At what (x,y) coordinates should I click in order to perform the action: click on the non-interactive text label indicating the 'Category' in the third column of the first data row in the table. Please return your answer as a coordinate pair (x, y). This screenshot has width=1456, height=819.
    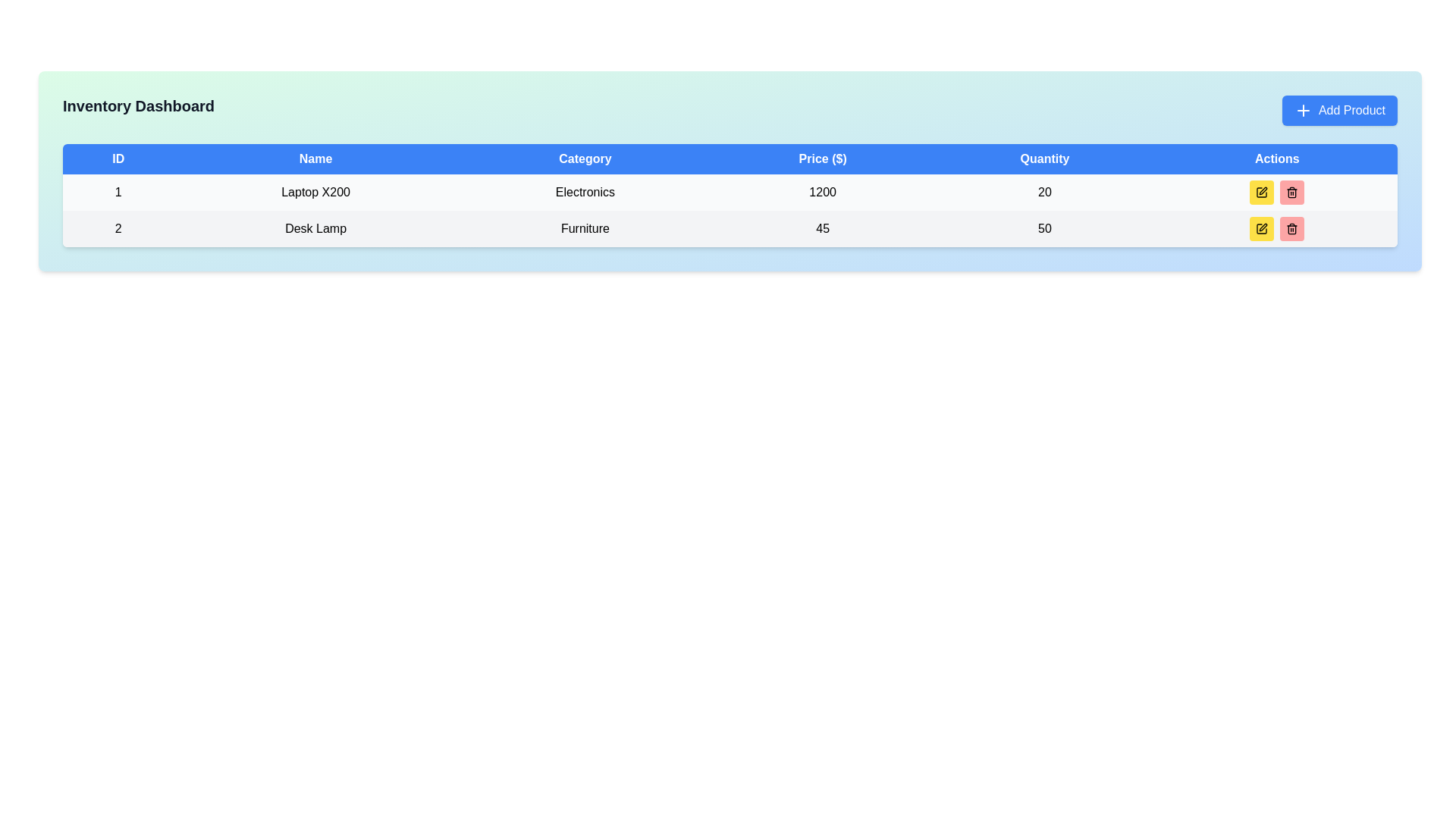
    Looking at the image, I should click on (584, 192).